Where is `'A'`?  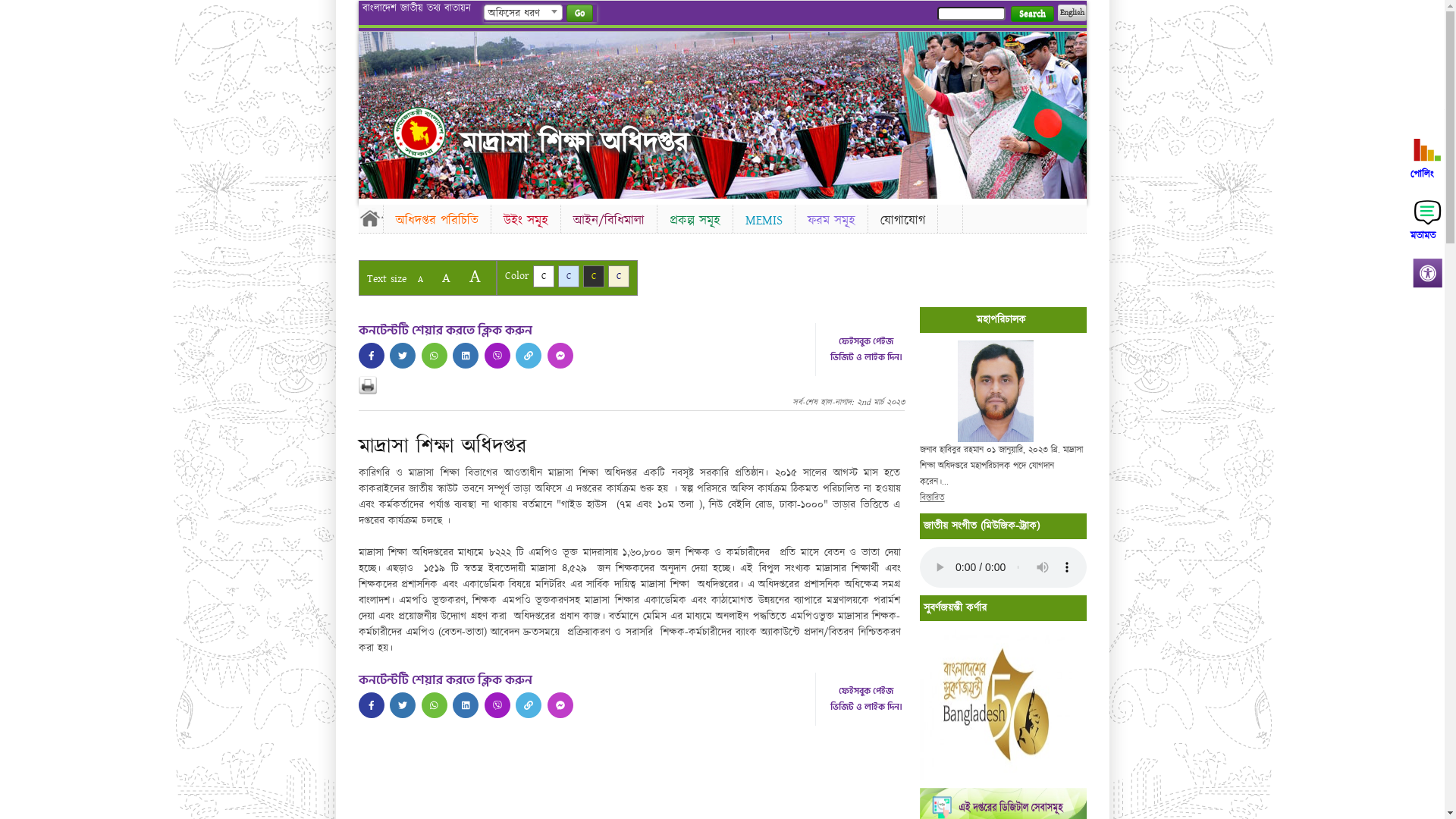
'A' is located at coordinates (444, 278).